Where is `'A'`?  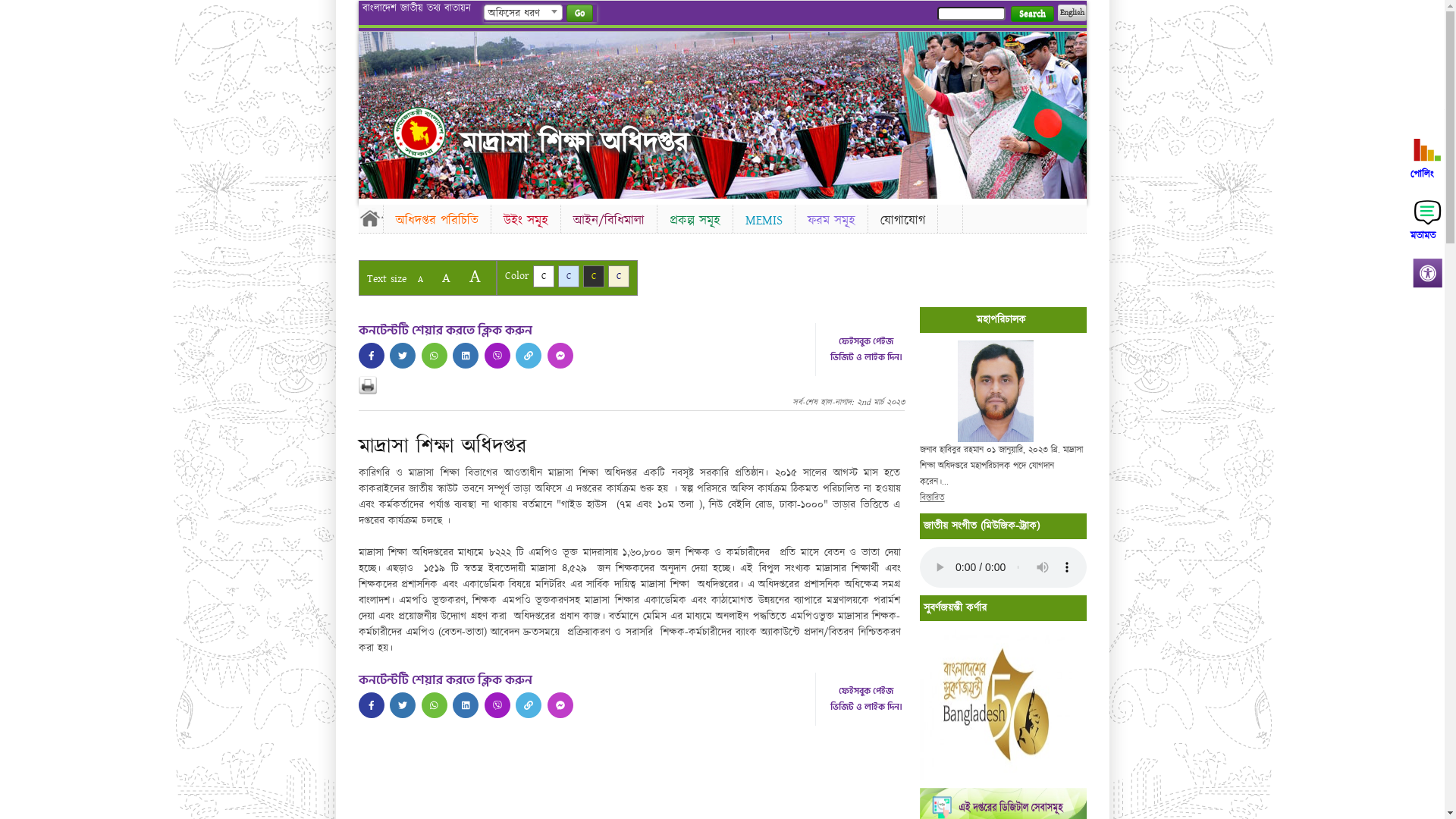
'A' is located at coordinates (444, 278).